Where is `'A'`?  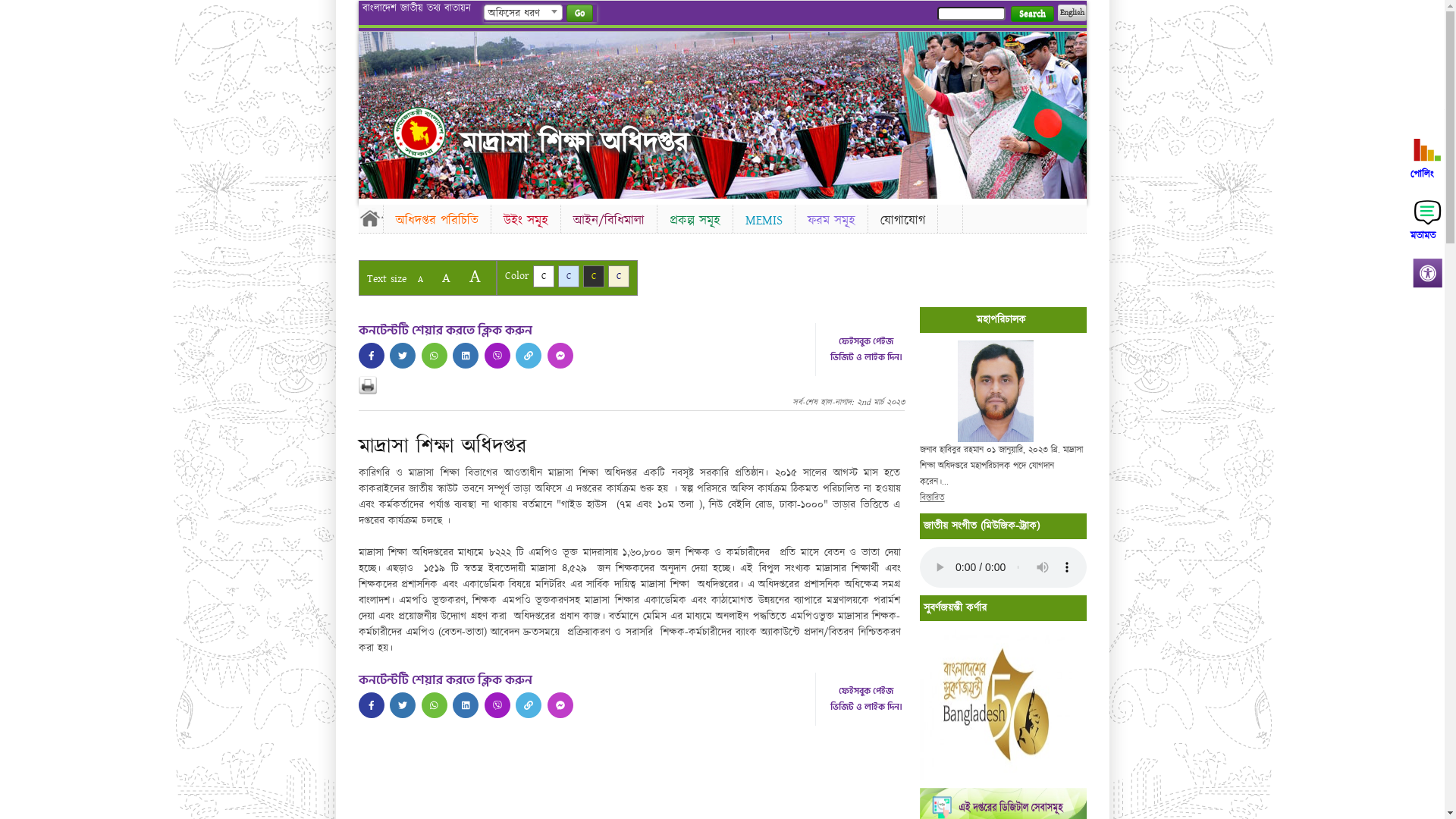
'A' is located at coordinates (444, 278).